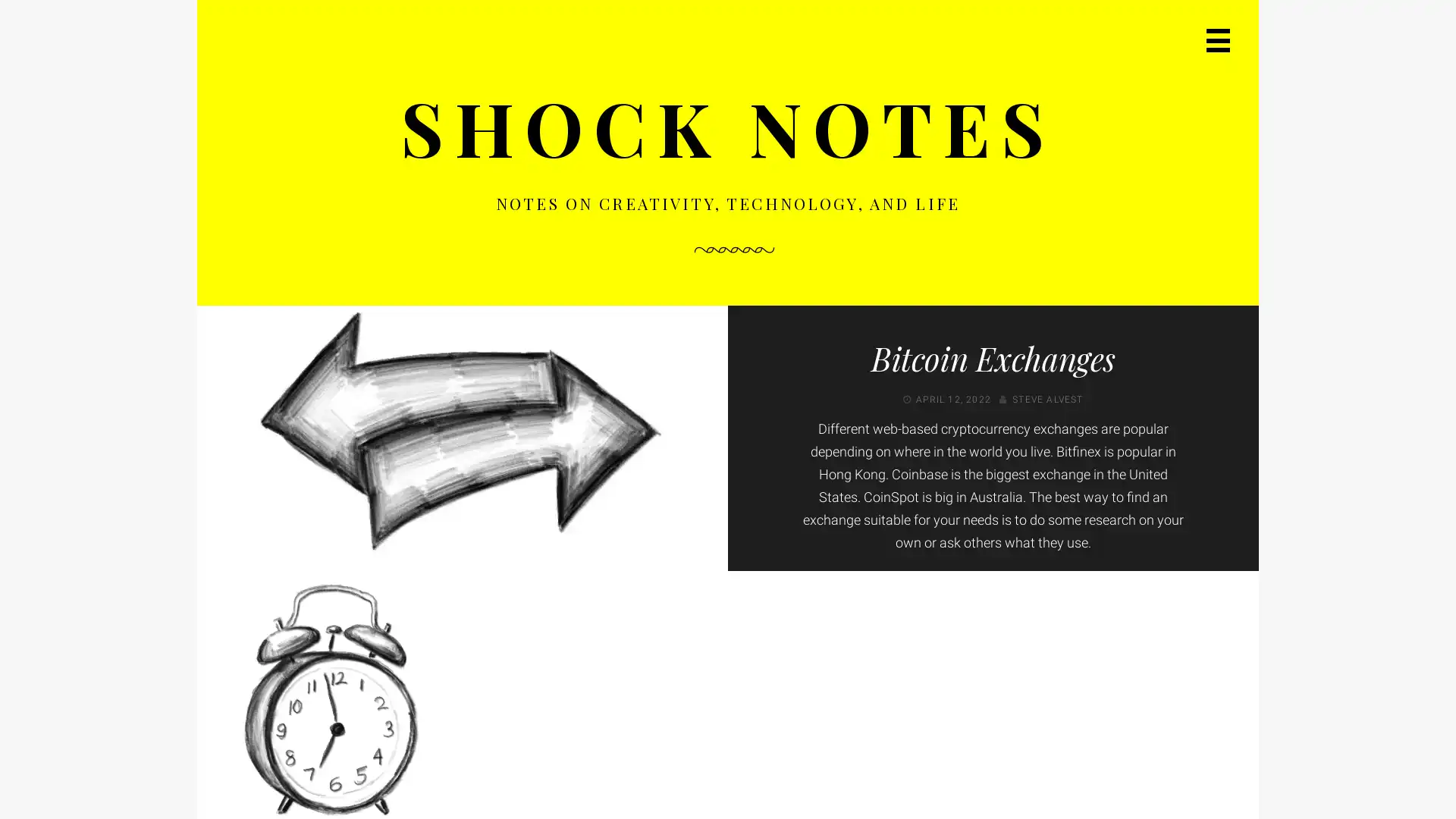  What do you see at coordinates (1213, 44) in the screenshot?
I see `Primary Navigation Menu` at bounding box center [1213, 44].